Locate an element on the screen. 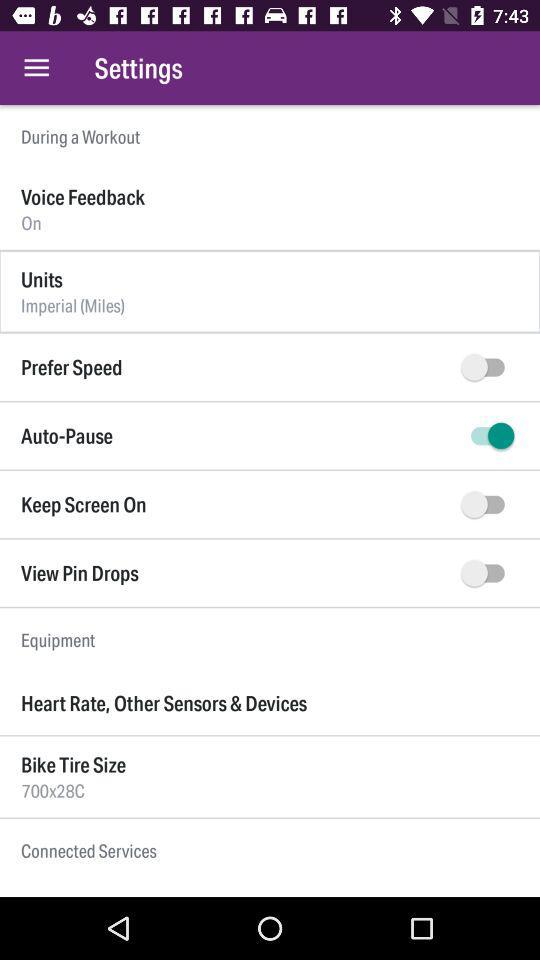 Image resolution: width=540 pixels, height=960 pixels. keep screen on option is located at coordinates (486, 503).